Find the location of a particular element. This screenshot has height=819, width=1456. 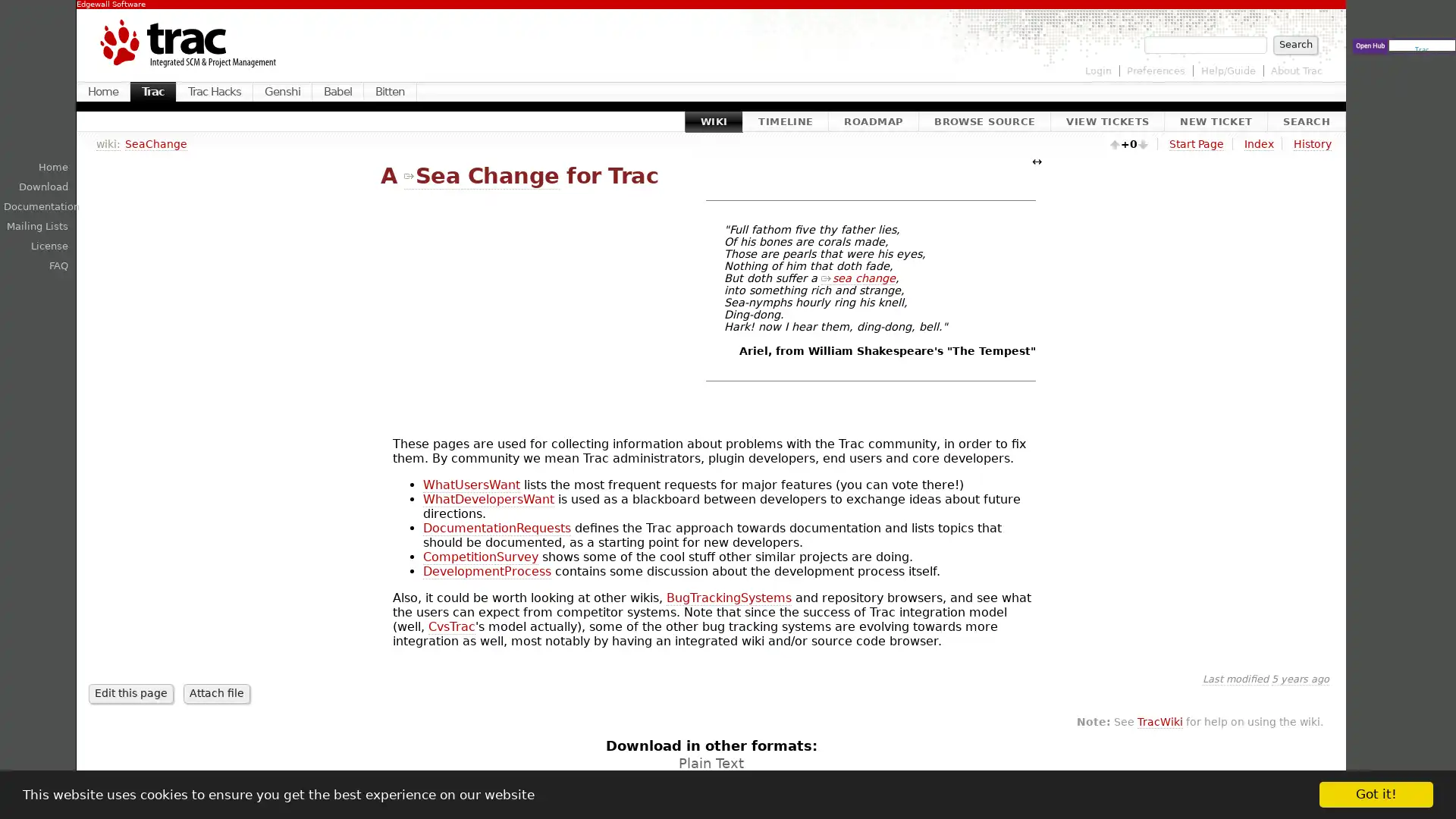

Search is located at coordinates (1294, 43).